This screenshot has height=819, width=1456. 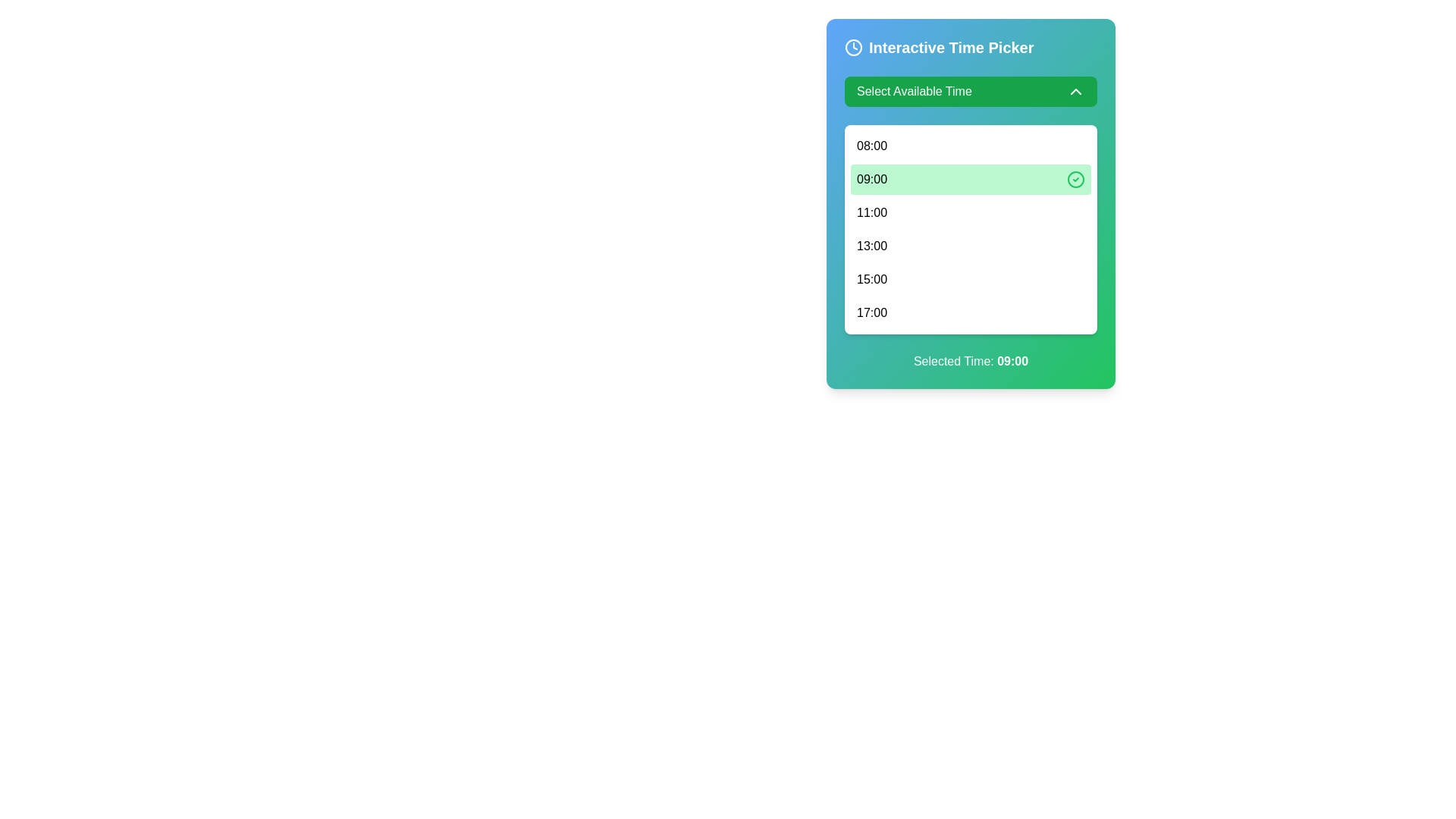 What do you see at coordinates (872, 178) in the screenshot?
I see `the Text display that indicates the selected time option under the 'Select Available Time' dropdown` at bounding box center [872, 178].